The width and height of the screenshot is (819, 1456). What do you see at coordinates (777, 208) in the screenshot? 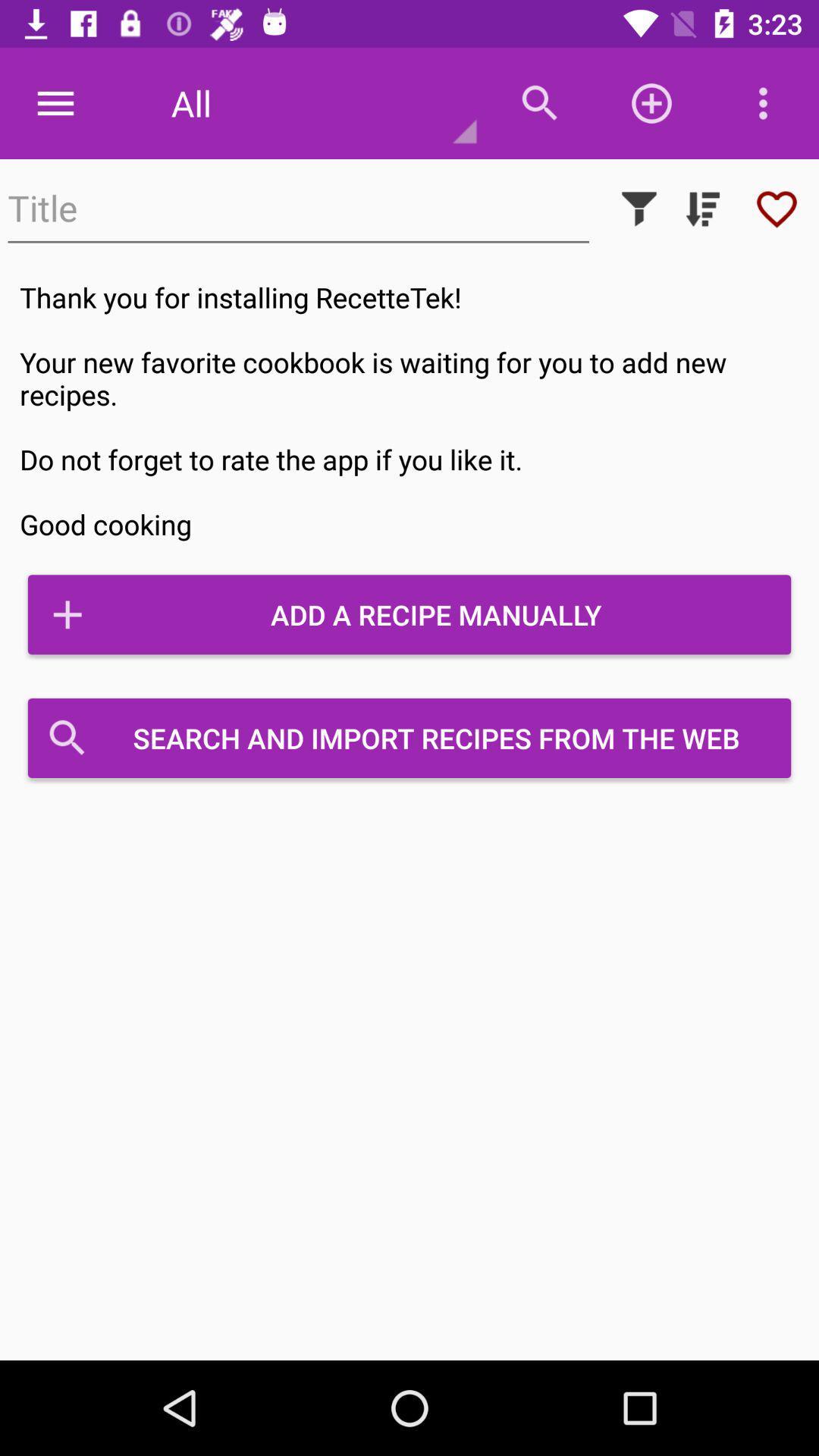
I see `like it` at bounding box center [777, 208].